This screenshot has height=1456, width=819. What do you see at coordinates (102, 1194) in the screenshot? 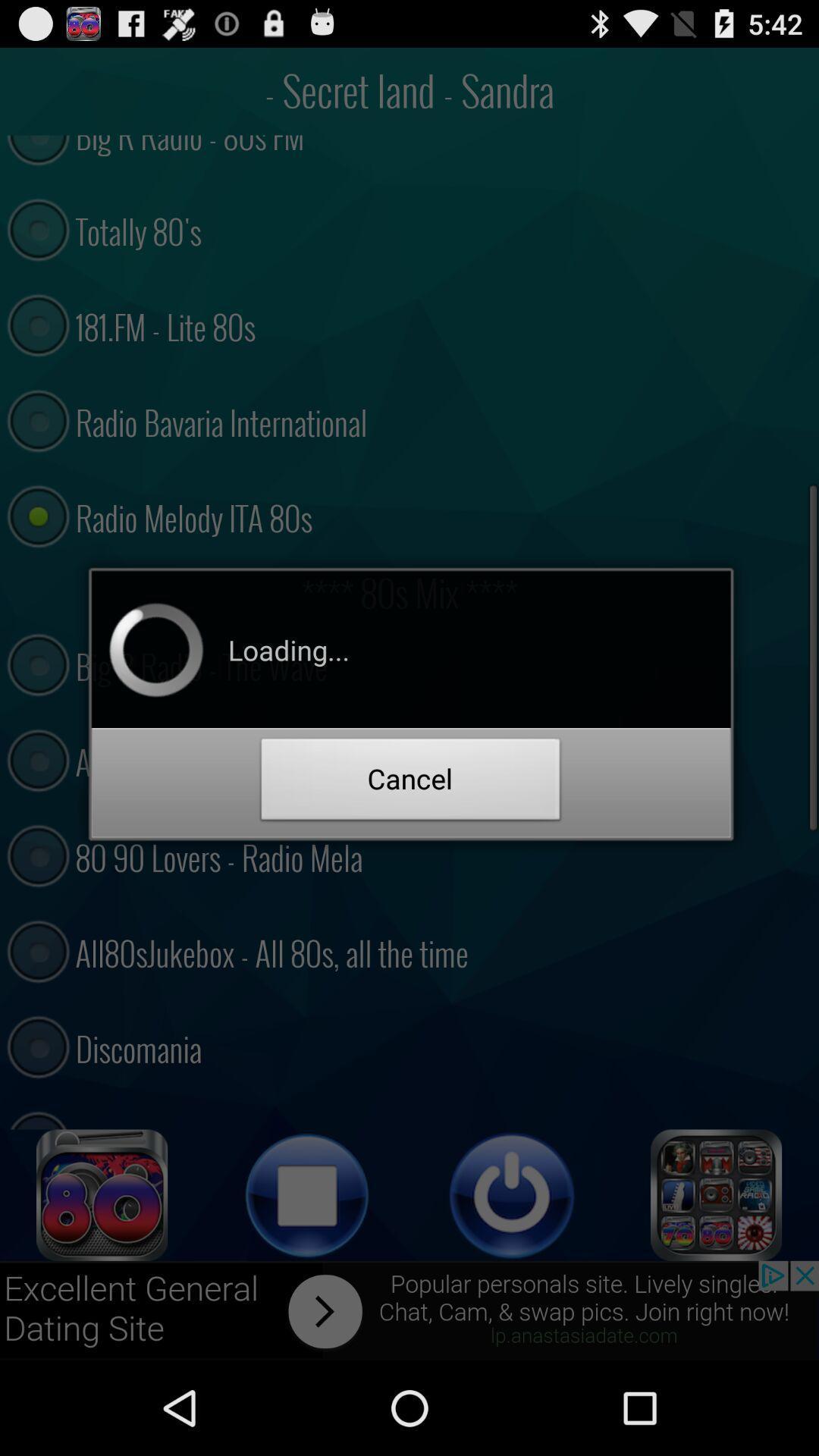
I see `switch autoplay option` at bounding box center [102, 1194].